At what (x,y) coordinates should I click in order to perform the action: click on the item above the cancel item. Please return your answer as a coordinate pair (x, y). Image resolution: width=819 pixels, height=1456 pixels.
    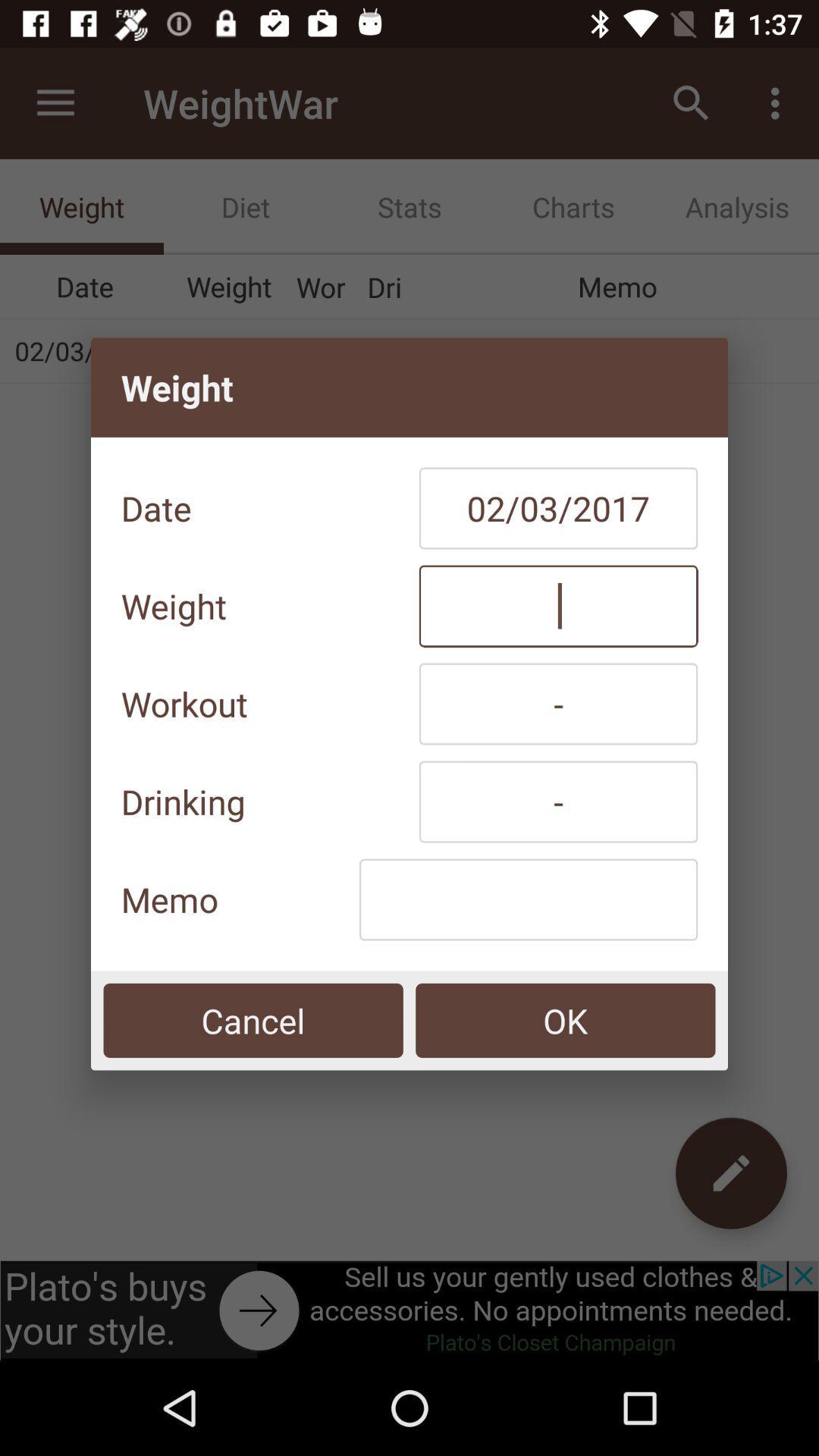
    Looking at the image, I should click on (528, 899).